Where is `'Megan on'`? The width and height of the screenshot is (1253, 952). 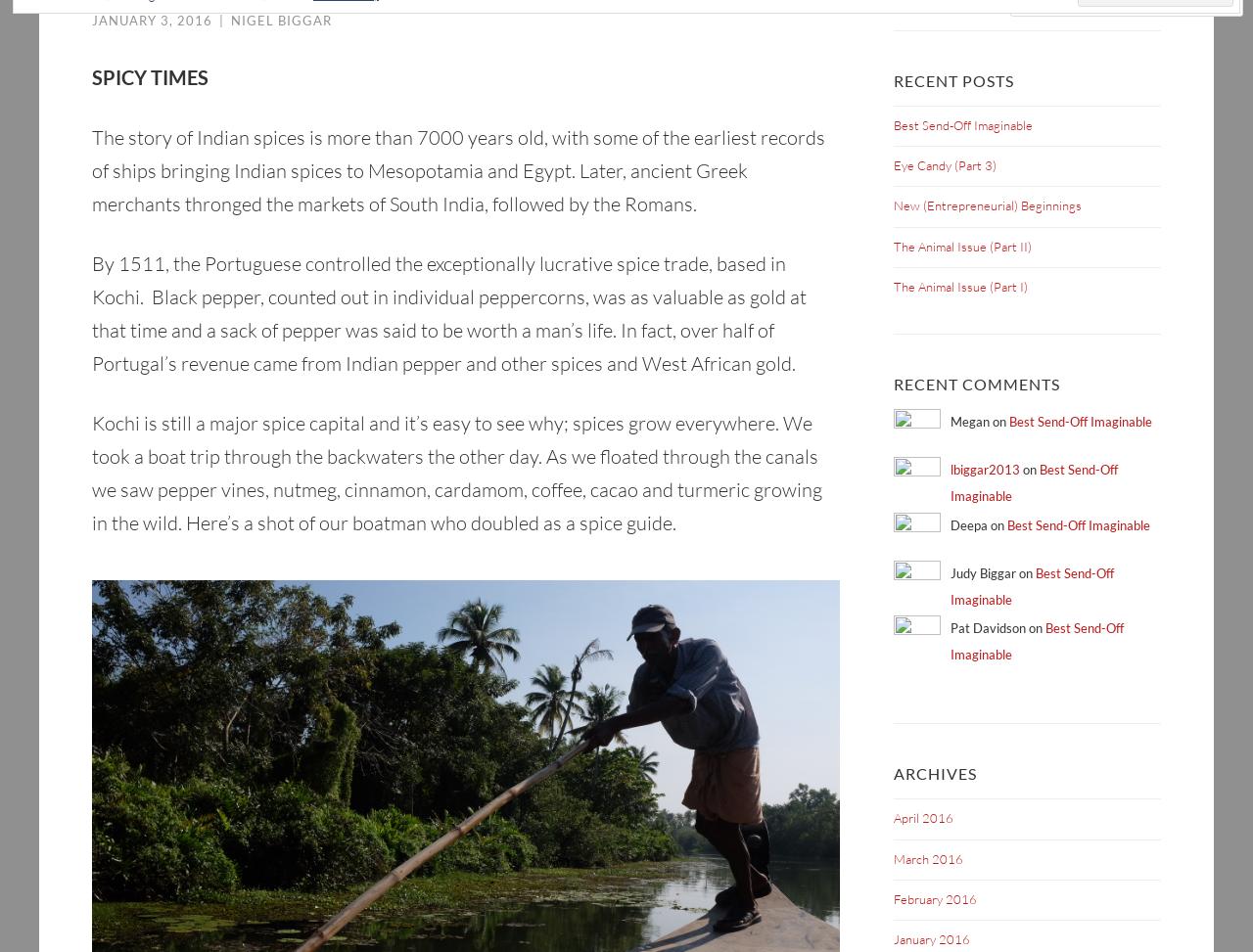
'Megan on' is located at coordinates (979, 422).